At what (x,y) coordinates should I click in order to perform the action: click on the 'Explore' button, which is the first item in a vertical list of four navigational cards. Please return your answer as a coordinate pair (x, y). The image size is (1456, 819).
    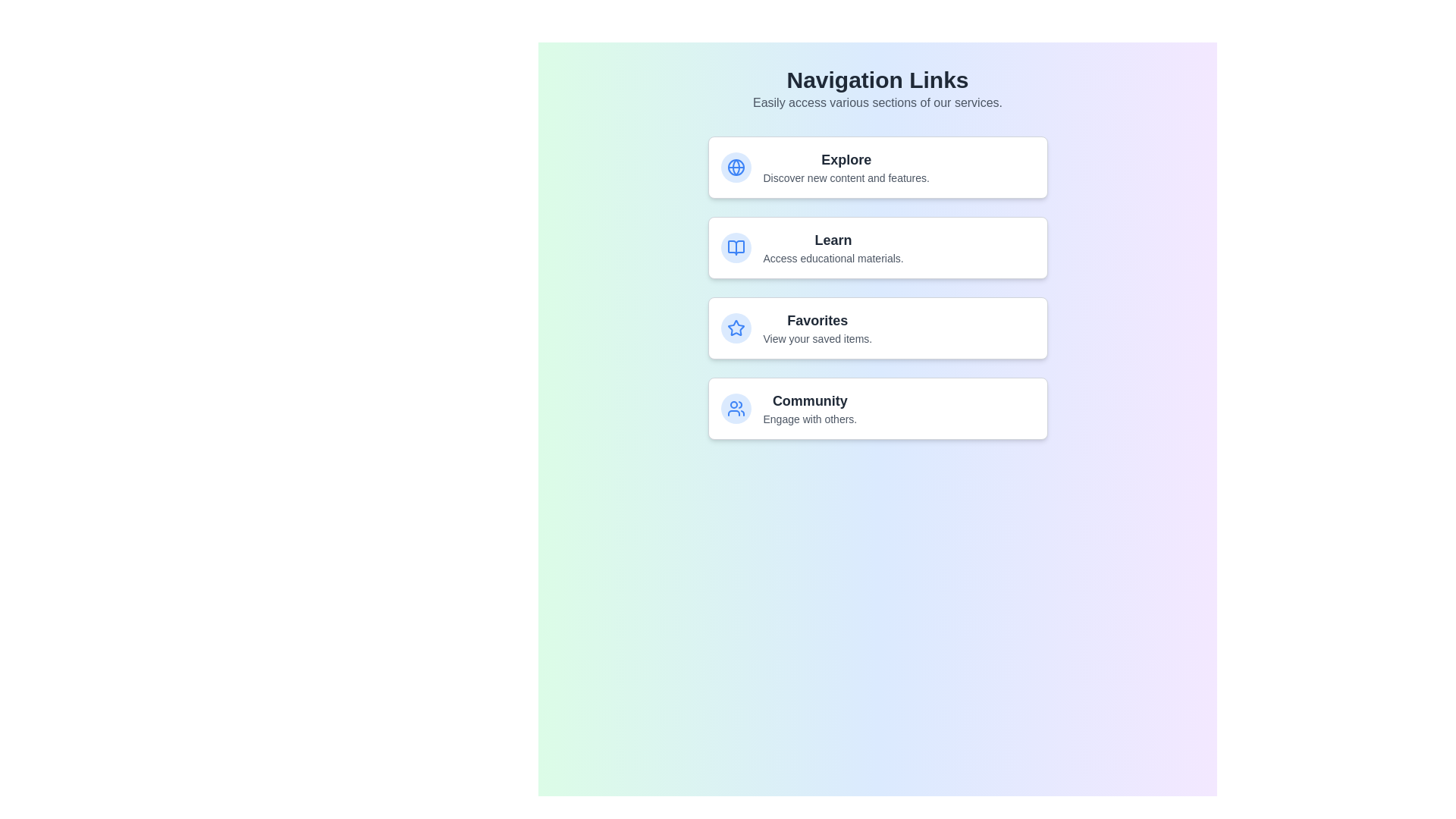
    Looking at the image, I should click on (877, 167).